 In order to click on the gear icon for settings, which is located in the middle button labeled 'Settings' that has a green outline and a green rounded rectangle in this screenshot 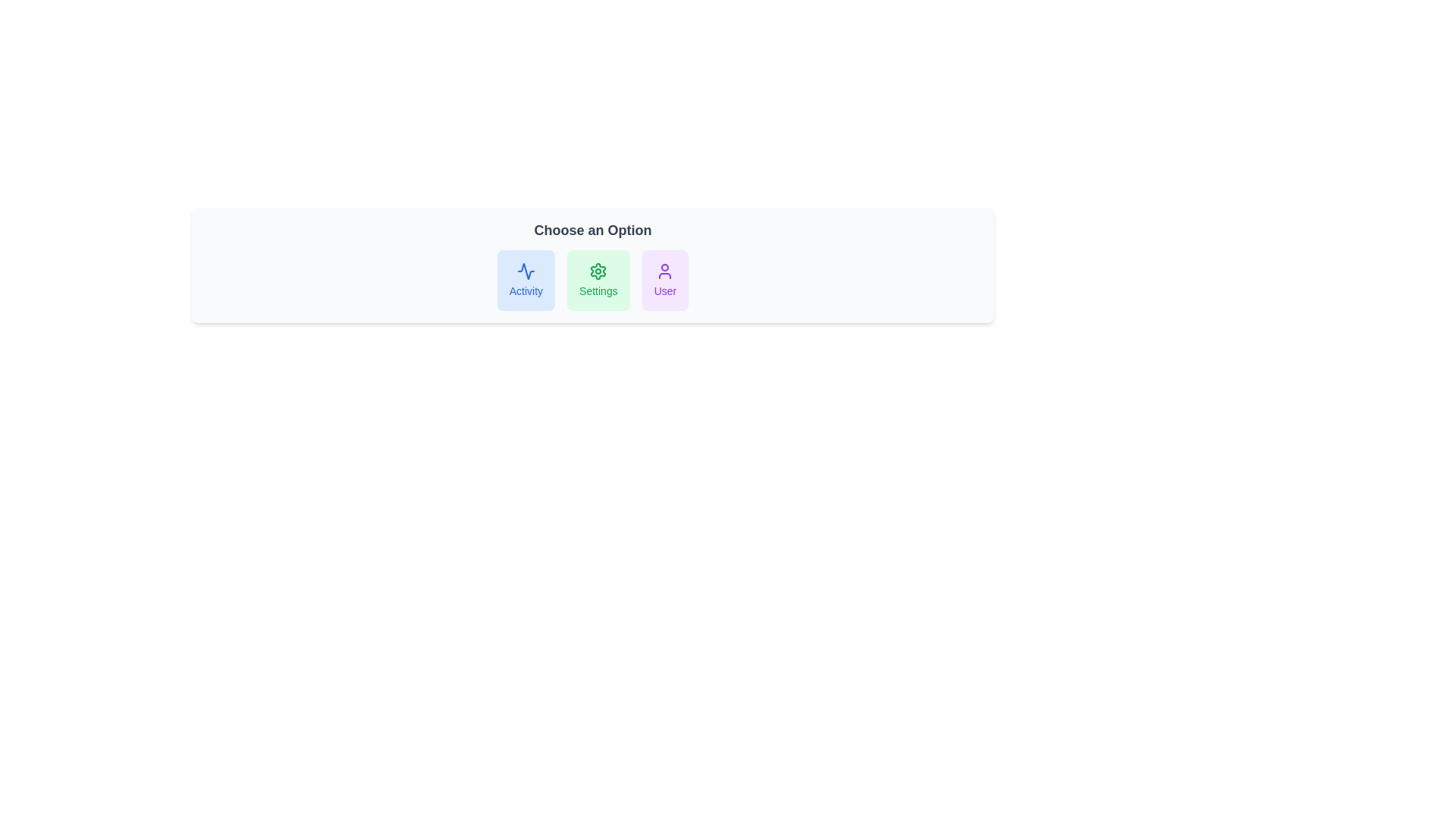, I will do `click(598, 271)`.